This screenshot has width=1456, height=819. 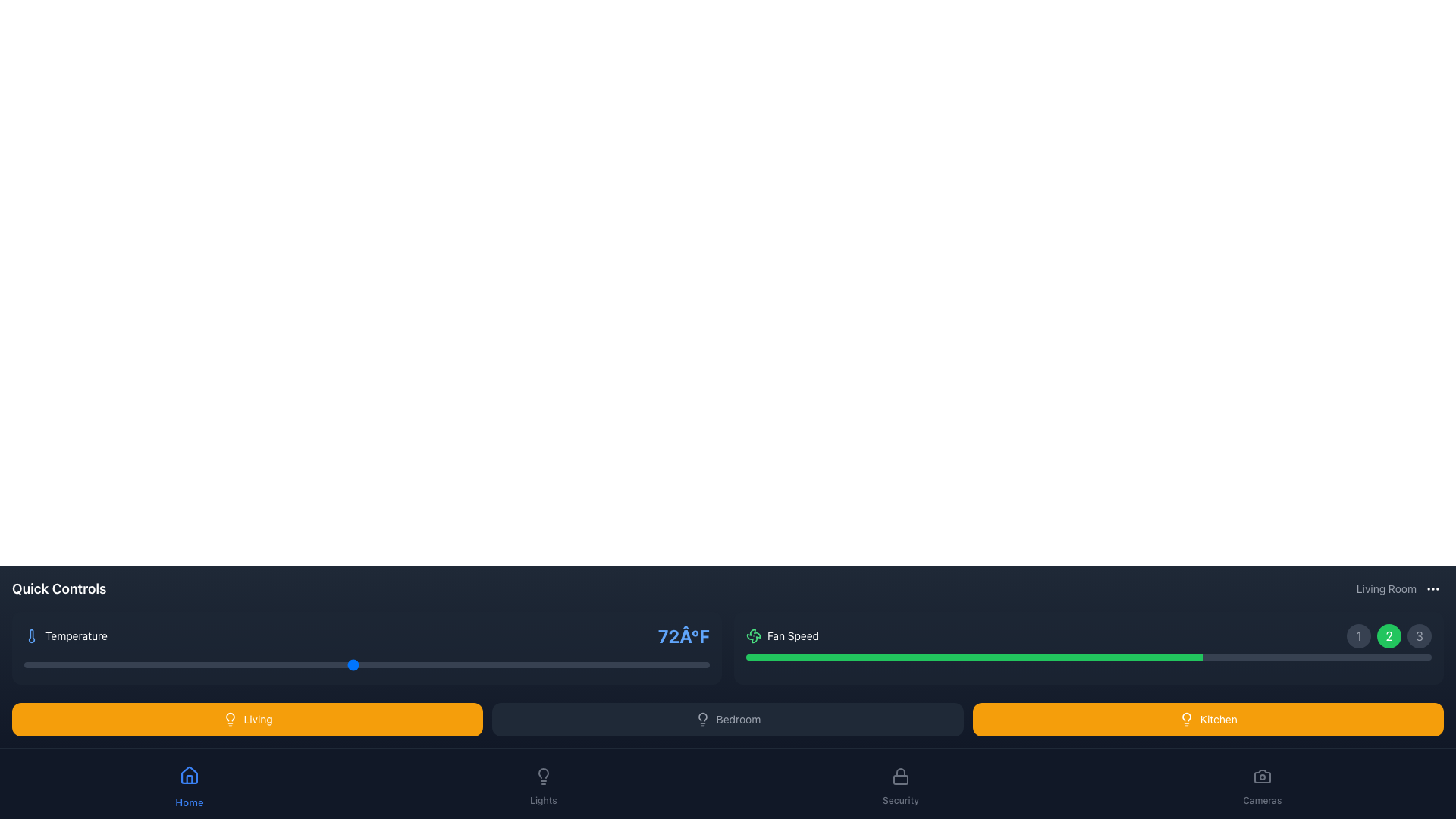 I want to click on the information displayed, so click(x=543, y=800).